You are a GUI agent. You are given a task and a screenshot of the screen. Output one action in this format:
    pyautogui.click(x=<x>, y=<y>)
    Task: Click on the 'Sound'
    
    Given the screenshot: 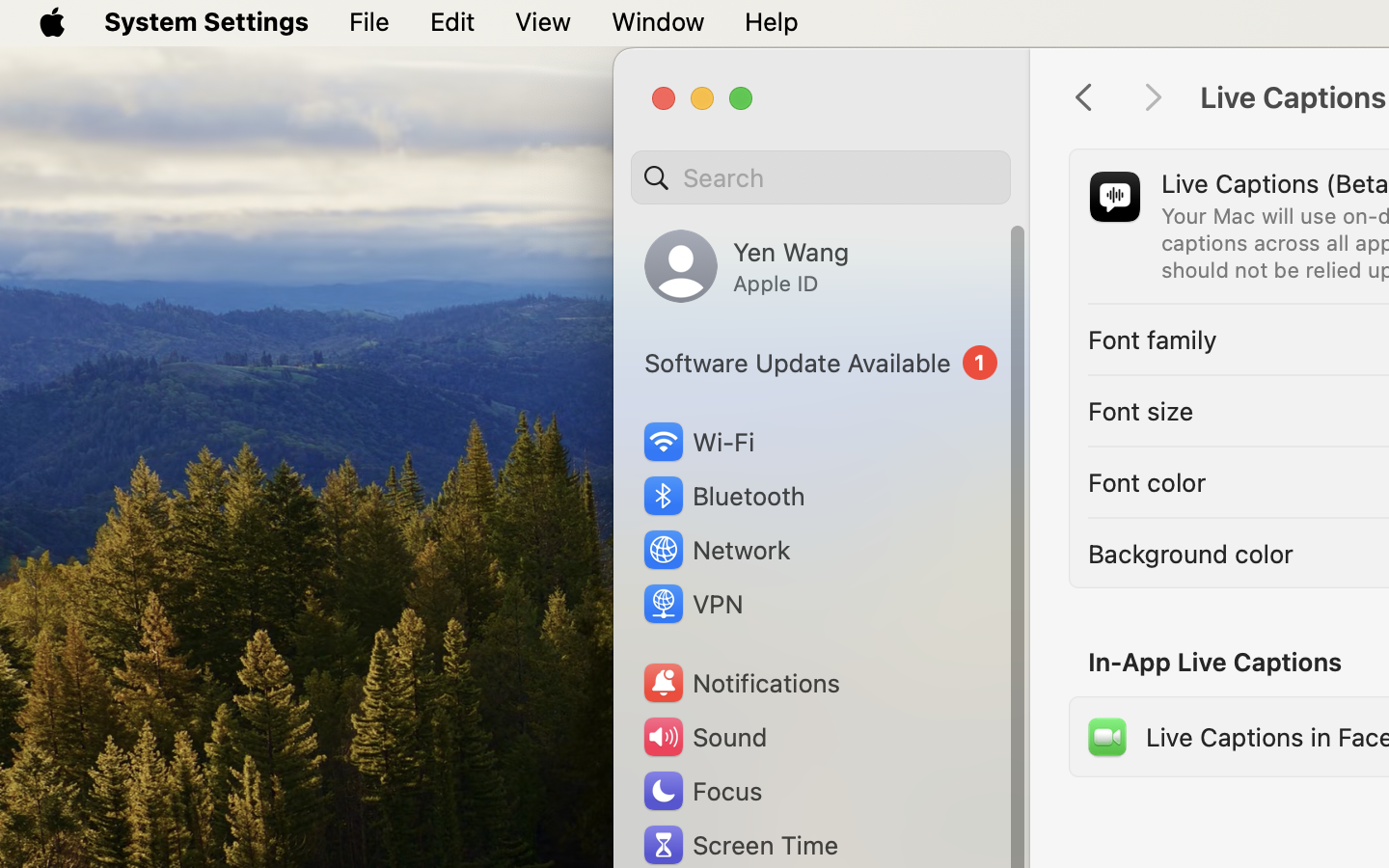 What is the action you would take?
    pyautogui.click(x=702, y=736)
    